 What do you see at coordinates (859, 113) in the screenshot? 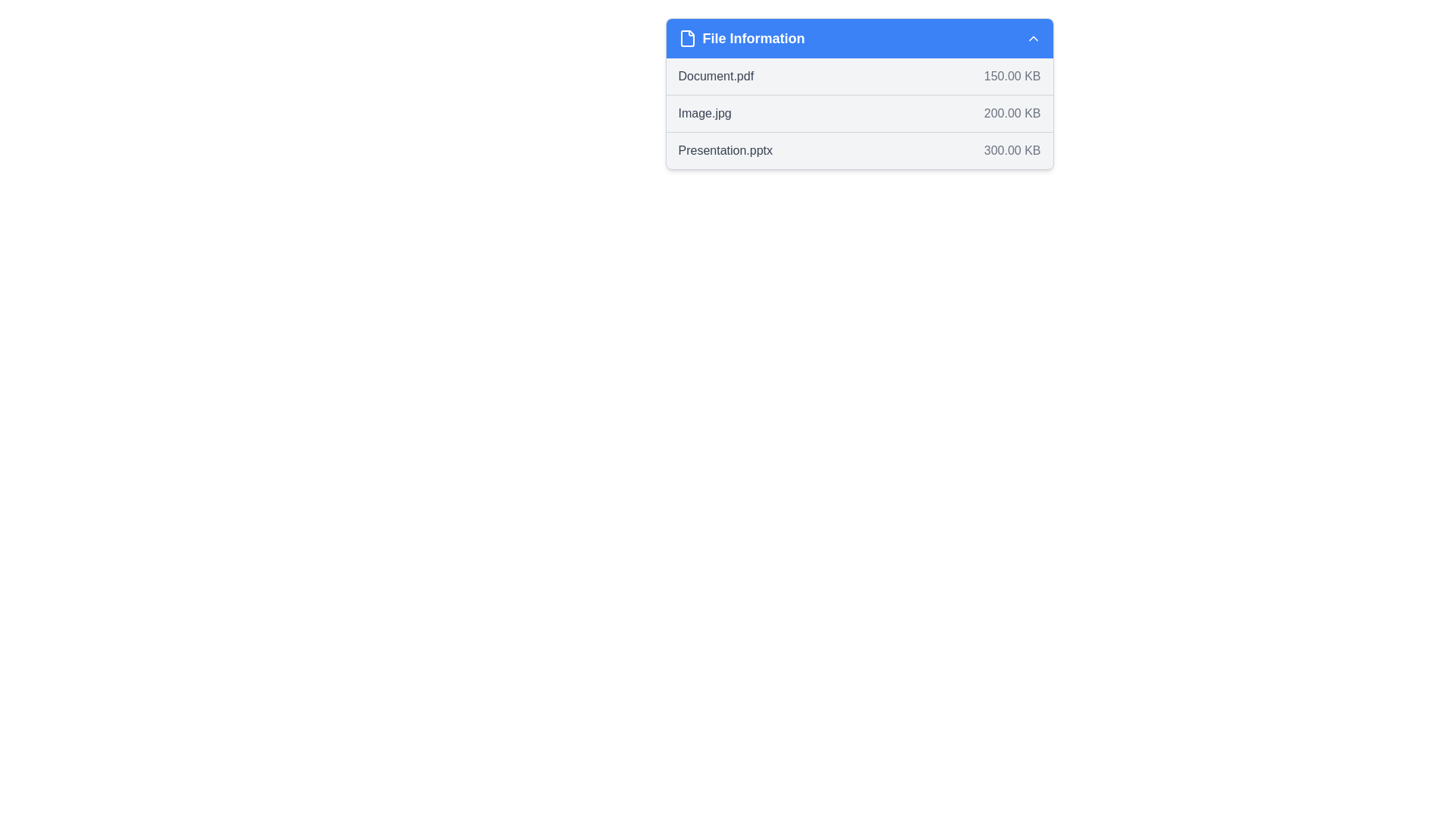
I see `the File information row displaying 'Image.jpg' and '200.00 KB' which is the second item under 'File Information'` at bounding box center [859, 113].